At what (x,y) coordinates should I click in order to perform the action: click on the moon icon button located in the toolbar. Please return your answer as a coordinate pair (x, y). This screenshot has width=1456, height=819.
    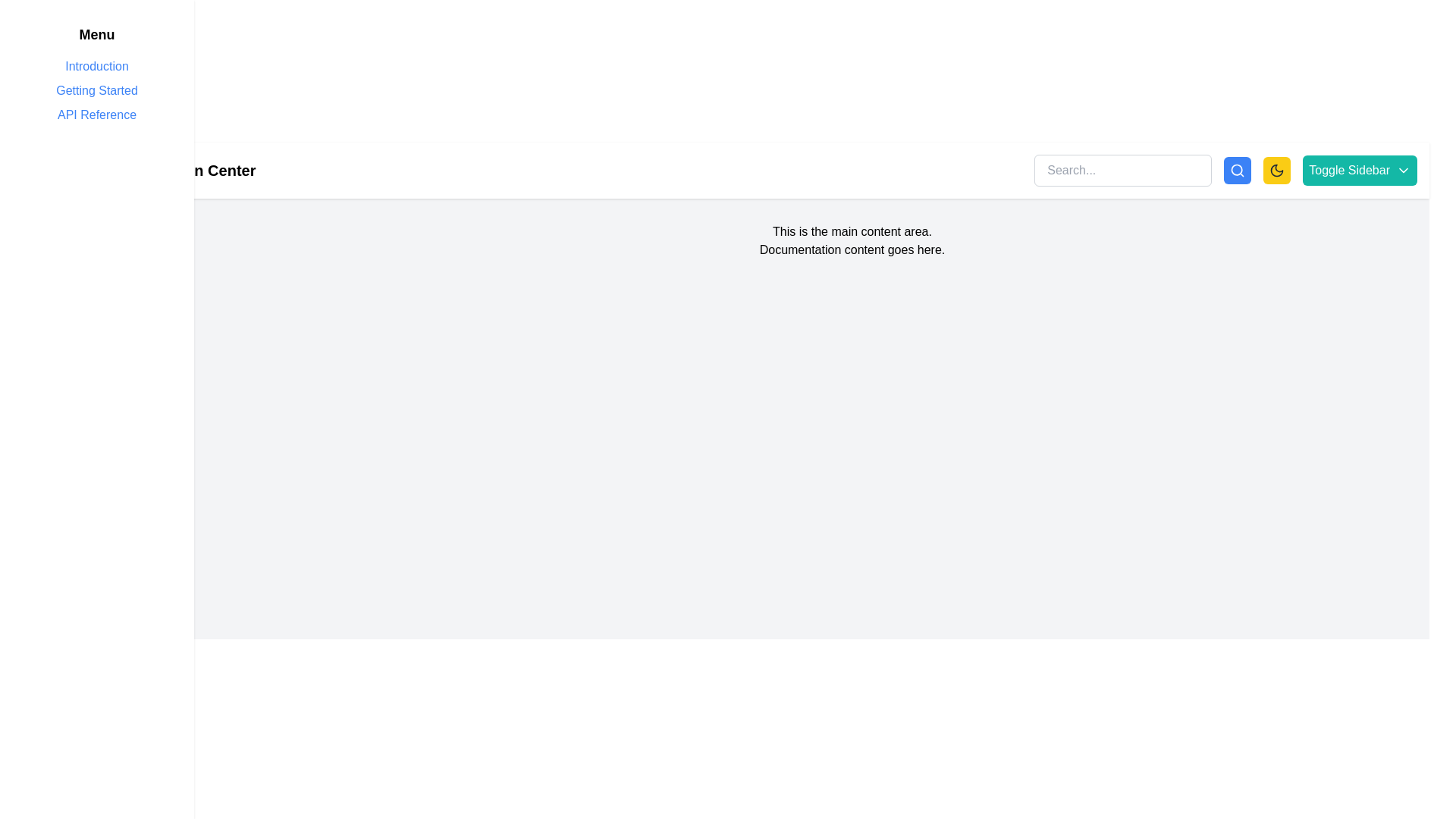
    Looking at the image, I should click on (1276, 170).